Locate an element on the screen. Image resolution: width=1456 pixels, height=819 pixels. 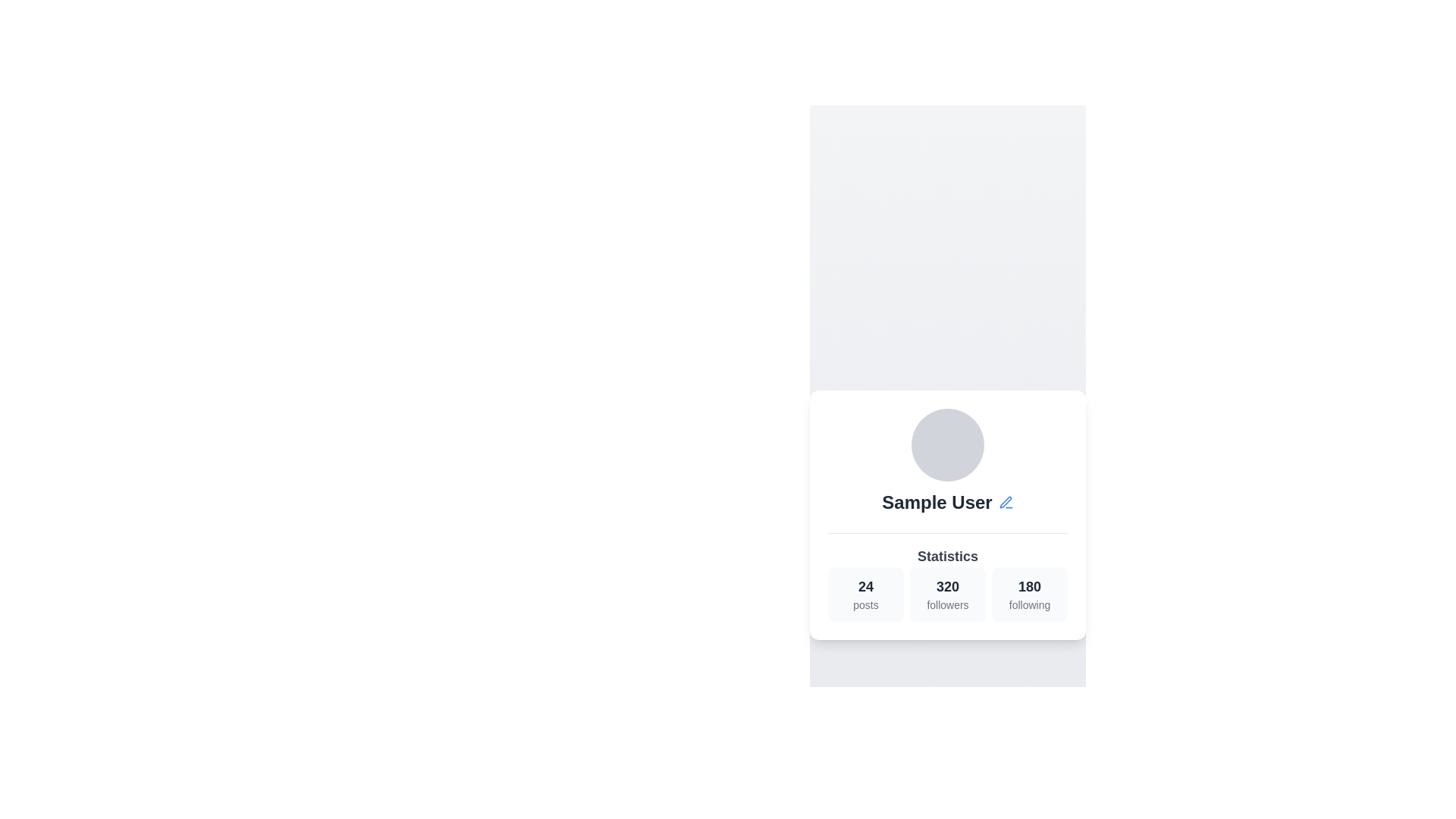
the user name text label, which serves as a header displaying the user's profile name, centrally located beneath the avatar icon in the profile card layout is located at coordinates (937, 502).